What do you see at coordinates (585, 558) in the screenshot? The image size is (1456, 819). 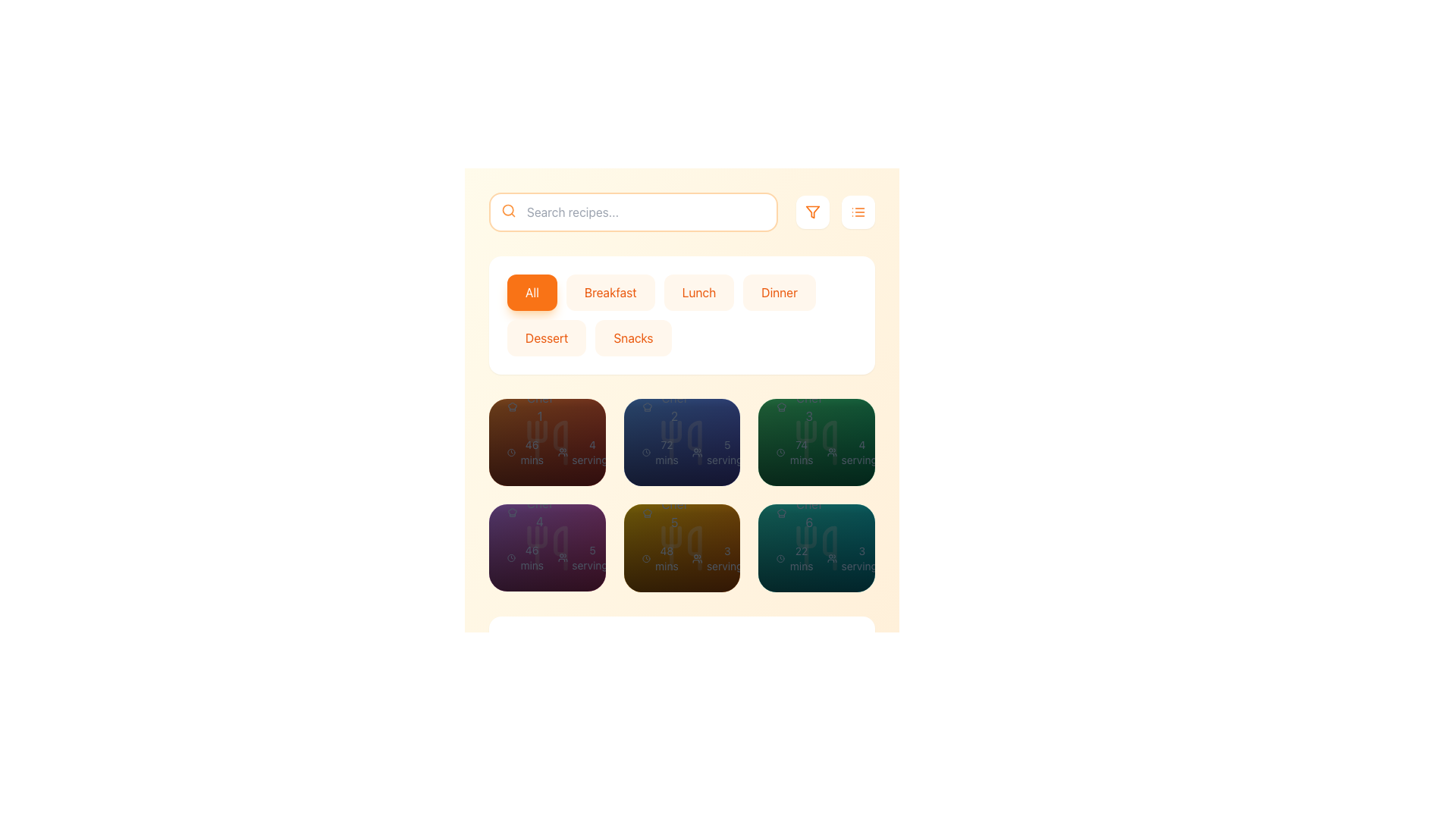 I see `the label displaying the number of servings associated with a recipe, located to the right of a user icon in the lower-left tile of the grid of recipe elements` at bounding box center [585, 558].